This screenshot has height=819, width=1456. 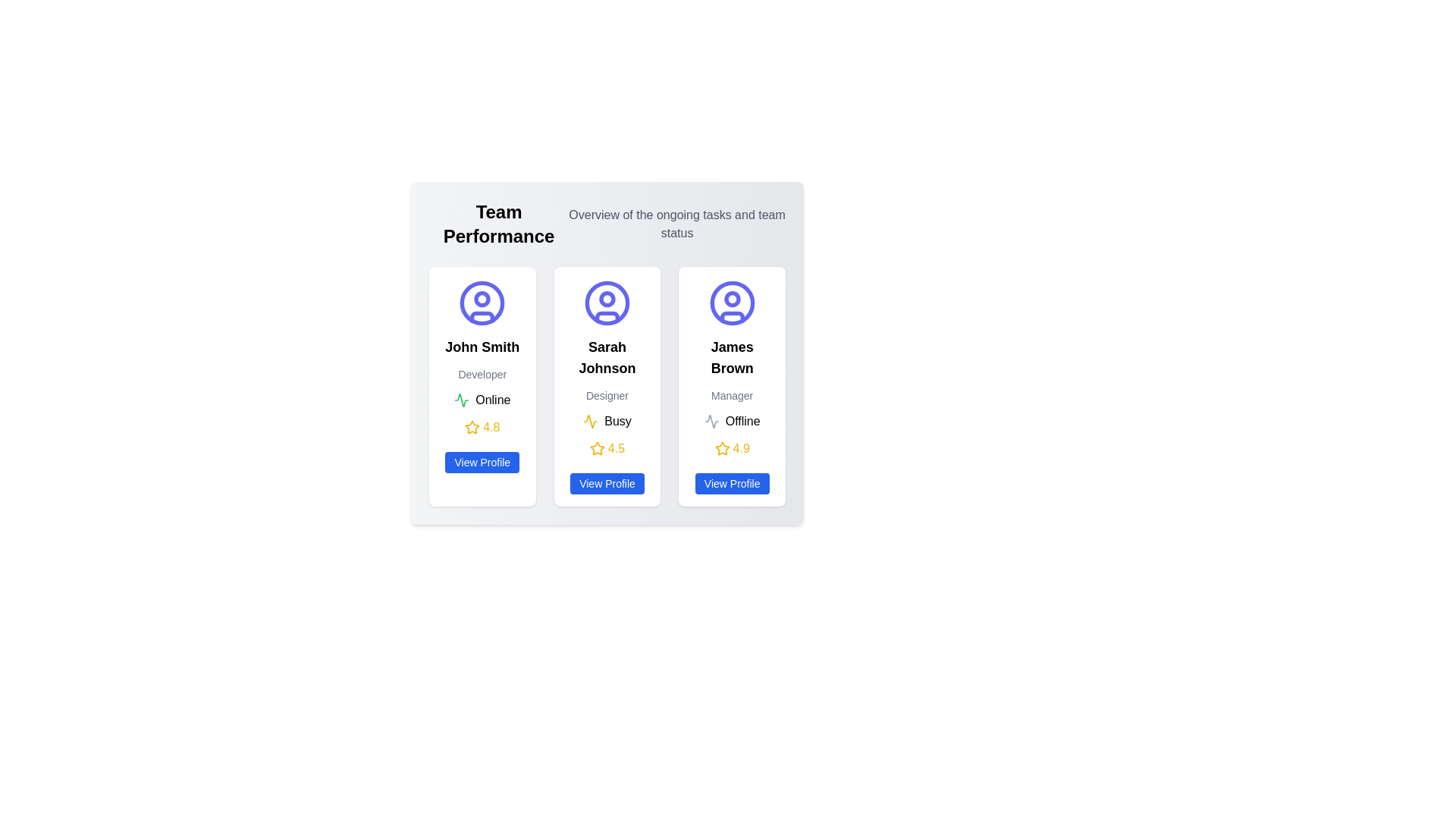 I want to click on text label 'Offline' located beneath the 'Manager' label in the profile card of 'James Brown - Manager' which indicates availability, so click(x=742, y=421).